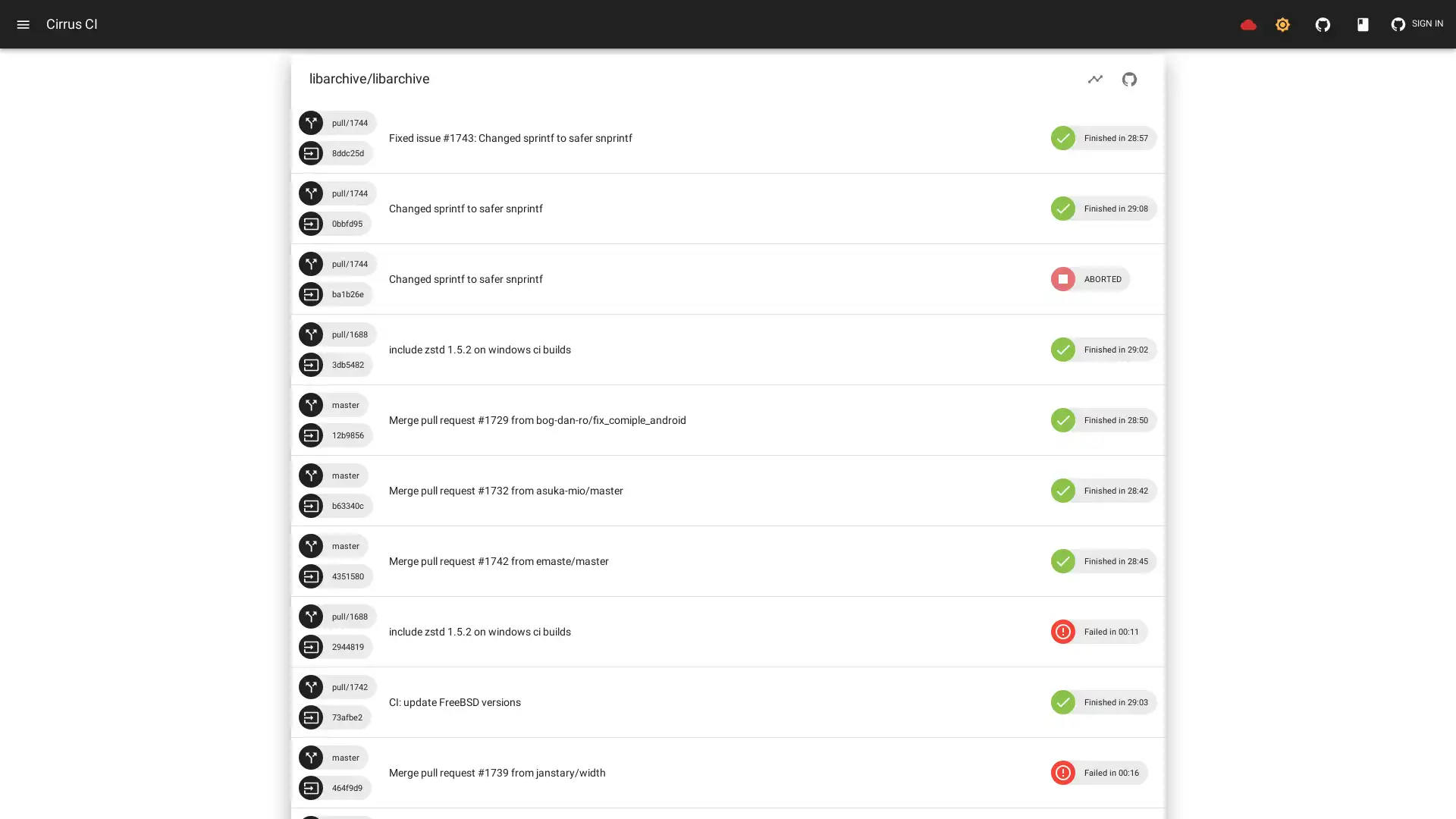 This screenshot has width=1456, height=819. Describe the element at coordinates (1095, 78) in the screenshot. I see `Repository Metrics` at that location.